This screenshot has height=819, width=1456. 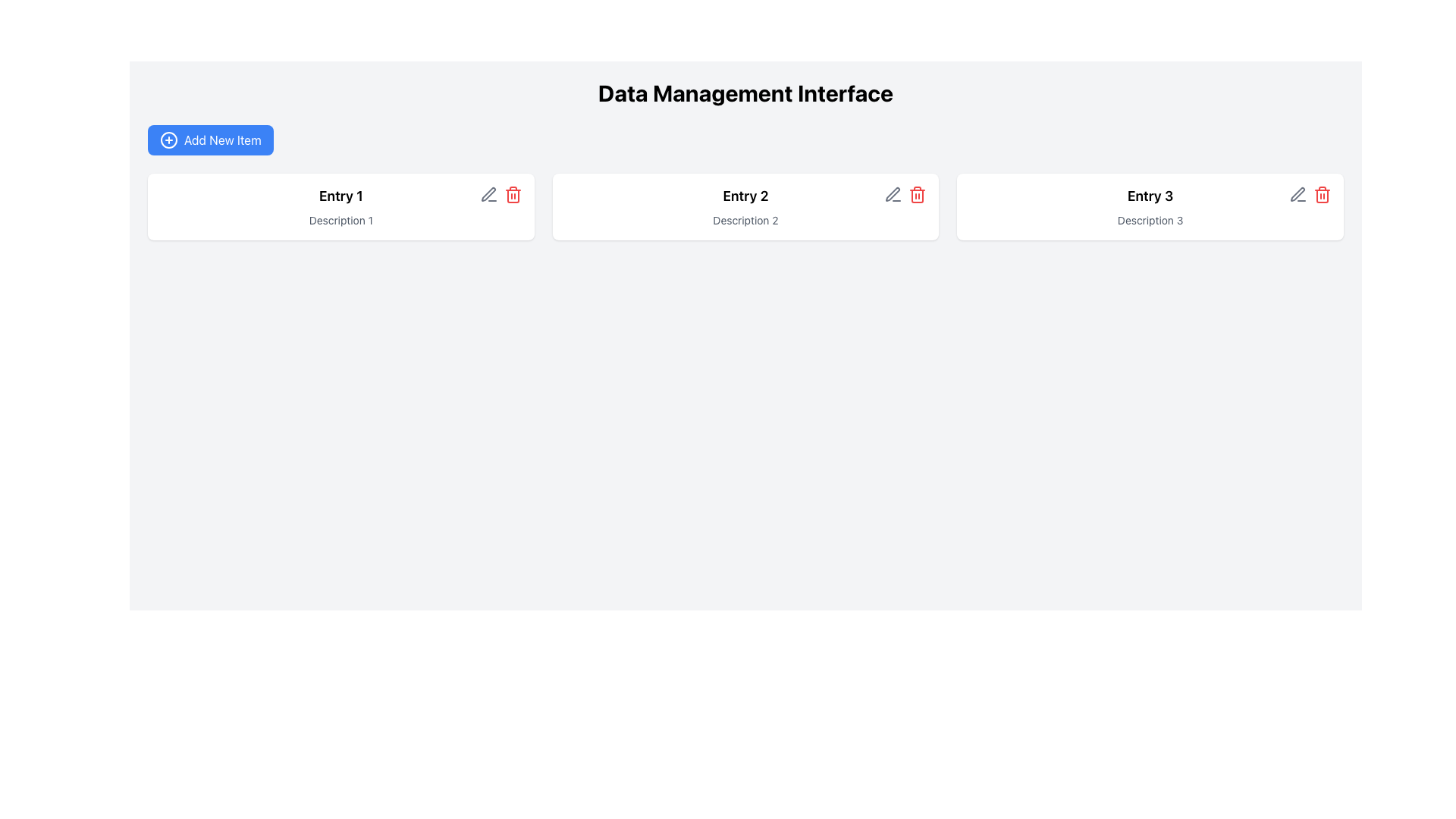 What do you see at coordinates (893, 194) in the screenshot?
I see `the pen icon button located at the top-right corner of the 'Entry 2 Description 2' card to change its color` at bounding box center [893, 194].